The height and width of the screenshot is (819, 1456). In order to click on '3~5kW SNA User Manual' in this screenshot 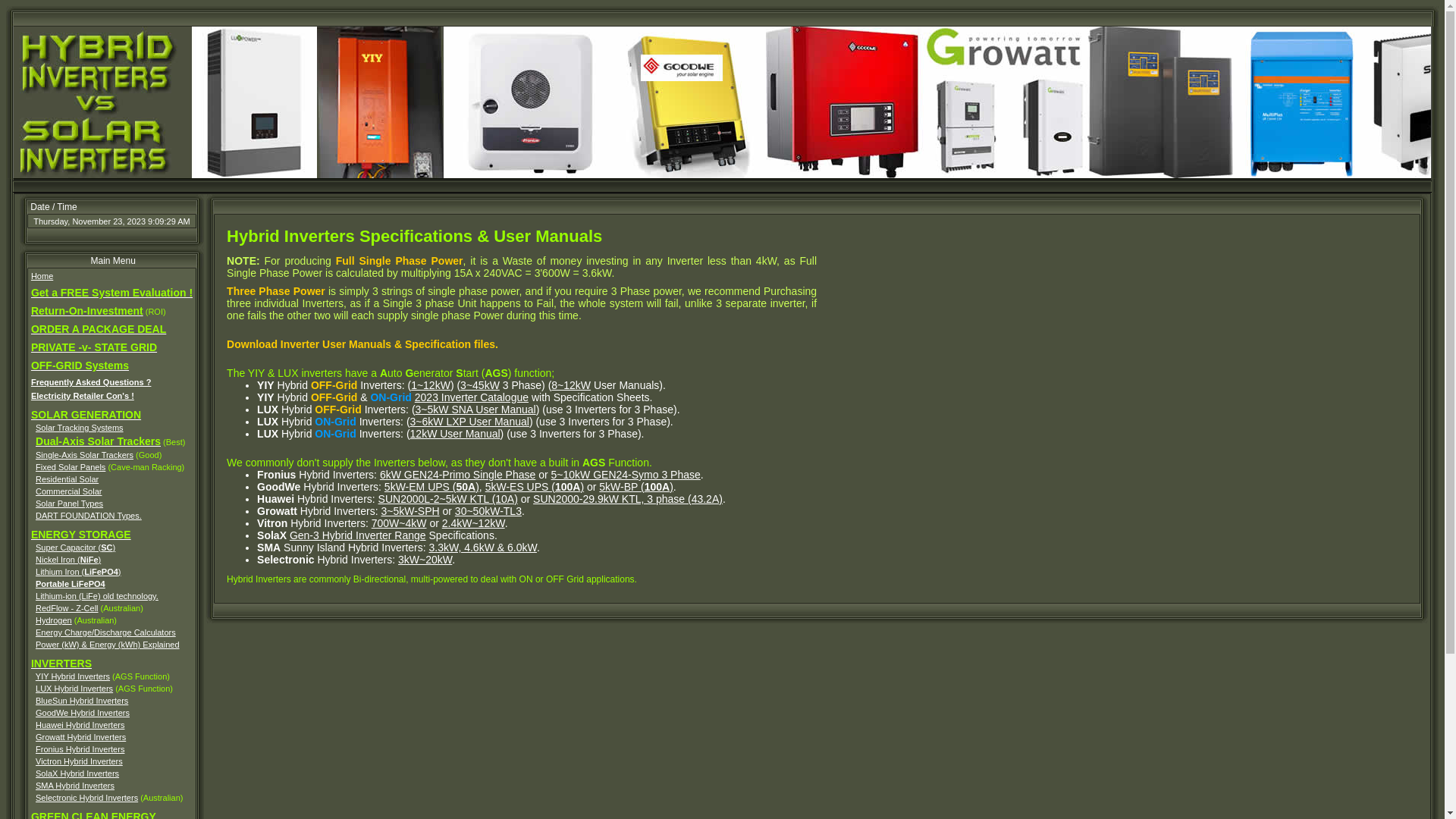, I will do `click(475, 409)`.